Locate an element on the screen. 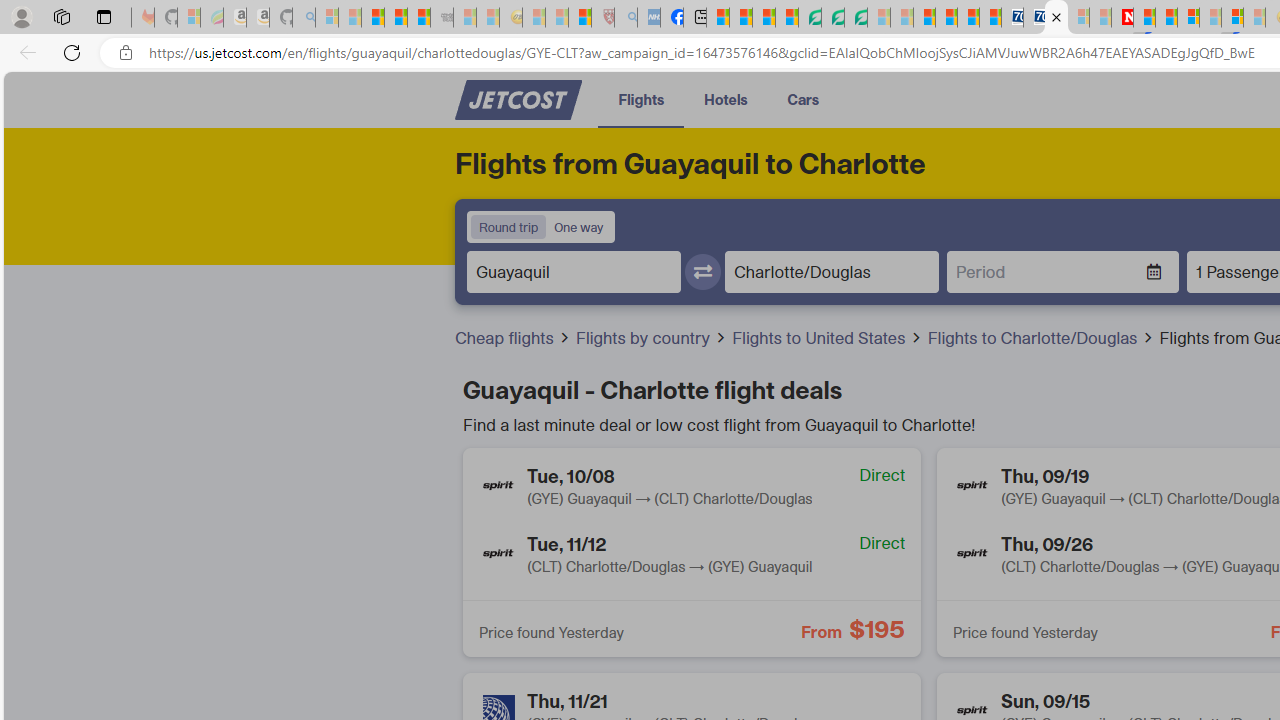 This screenshot has width=1280, height=720. 'LendingTree - Compare Lenders' is located at coordinates (809, 17).